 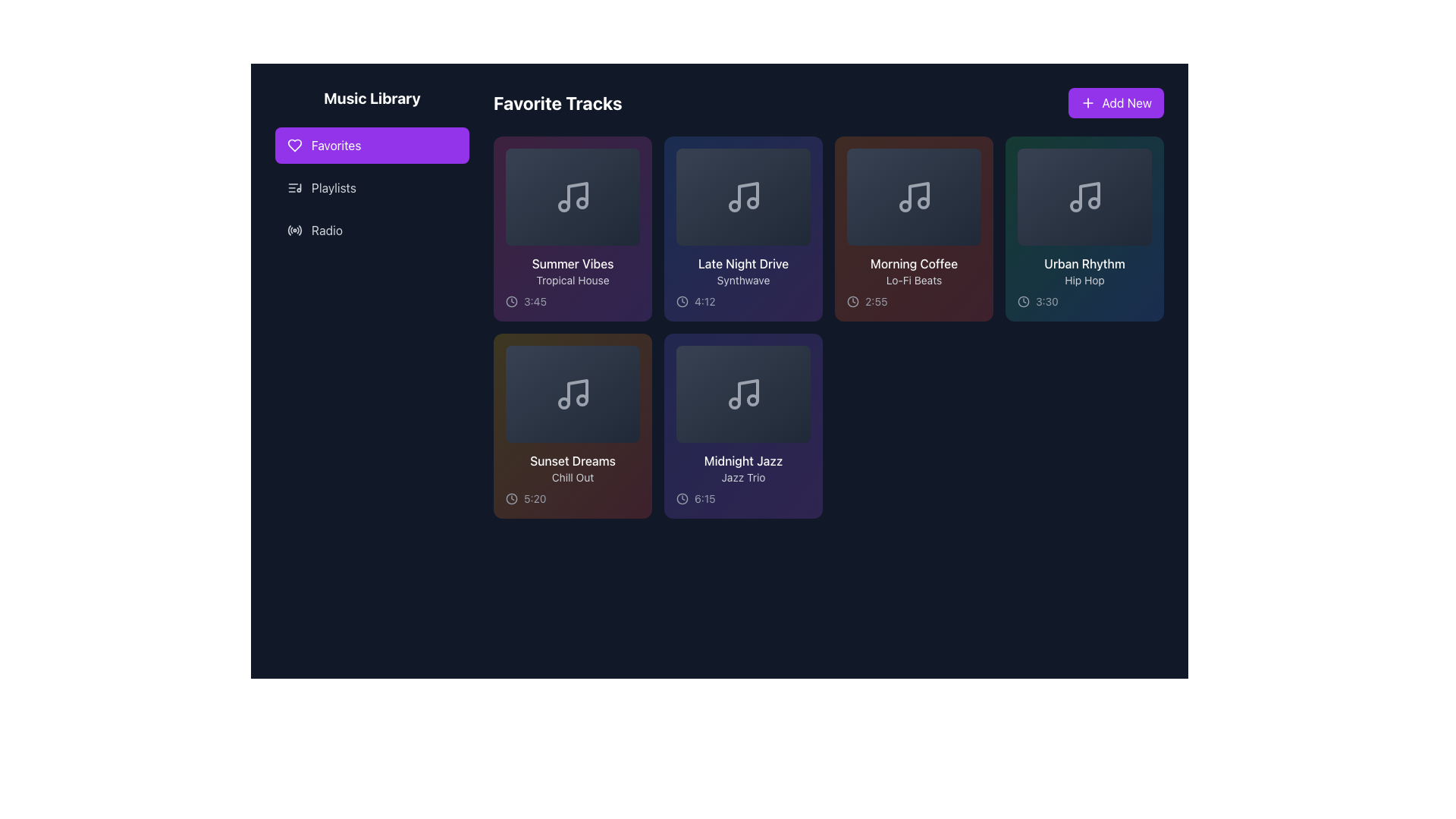 I want to click on the gray musical notes icon indicating an inactive status, located at the top center of the 'Summer Vibes' music track card in the 'Favorite Tracks' section, so click(x=572, y=196).